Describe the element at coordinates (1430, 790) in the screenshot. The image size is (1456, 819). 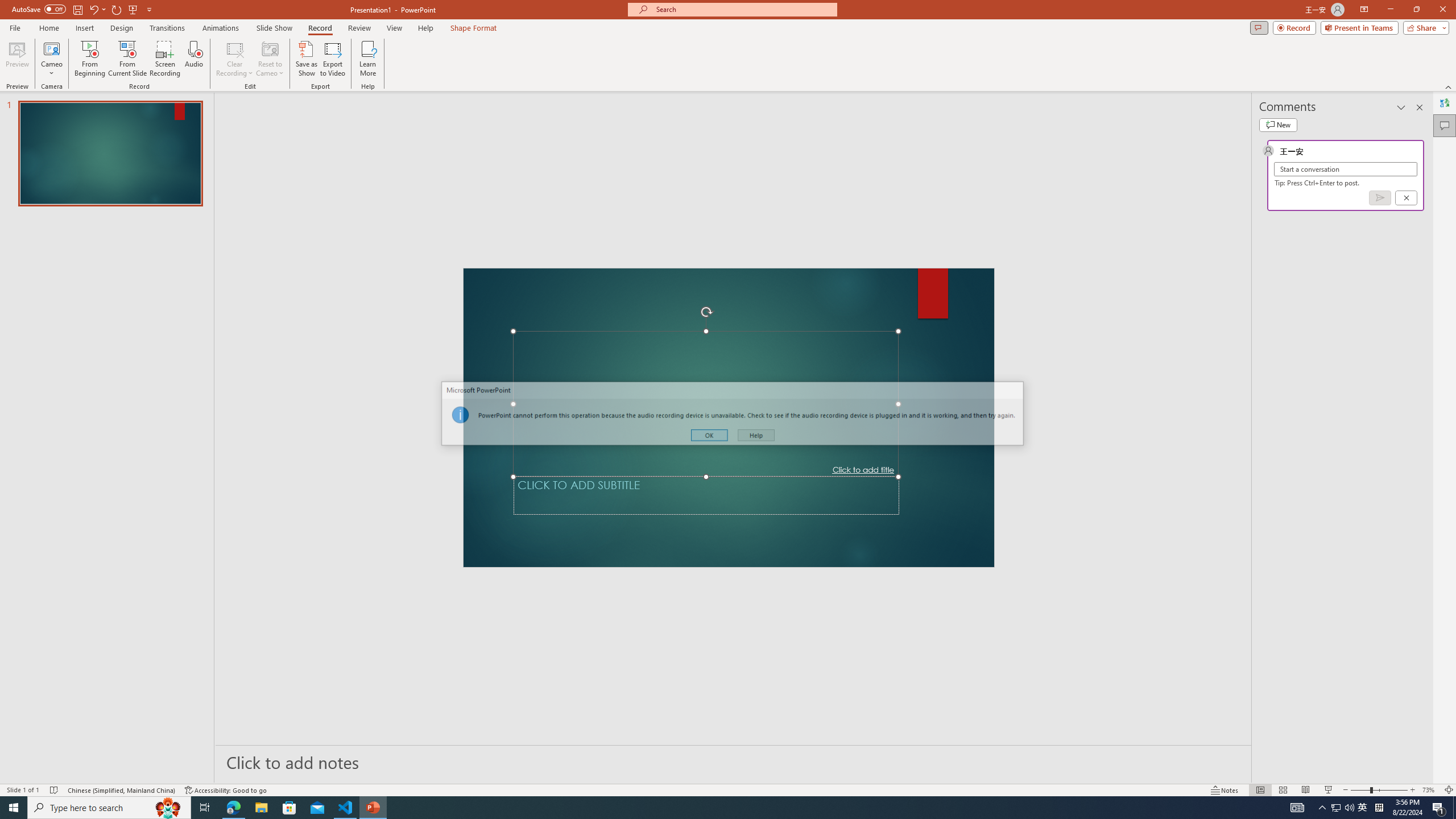
I see `'Zoom 73%'` at that location.